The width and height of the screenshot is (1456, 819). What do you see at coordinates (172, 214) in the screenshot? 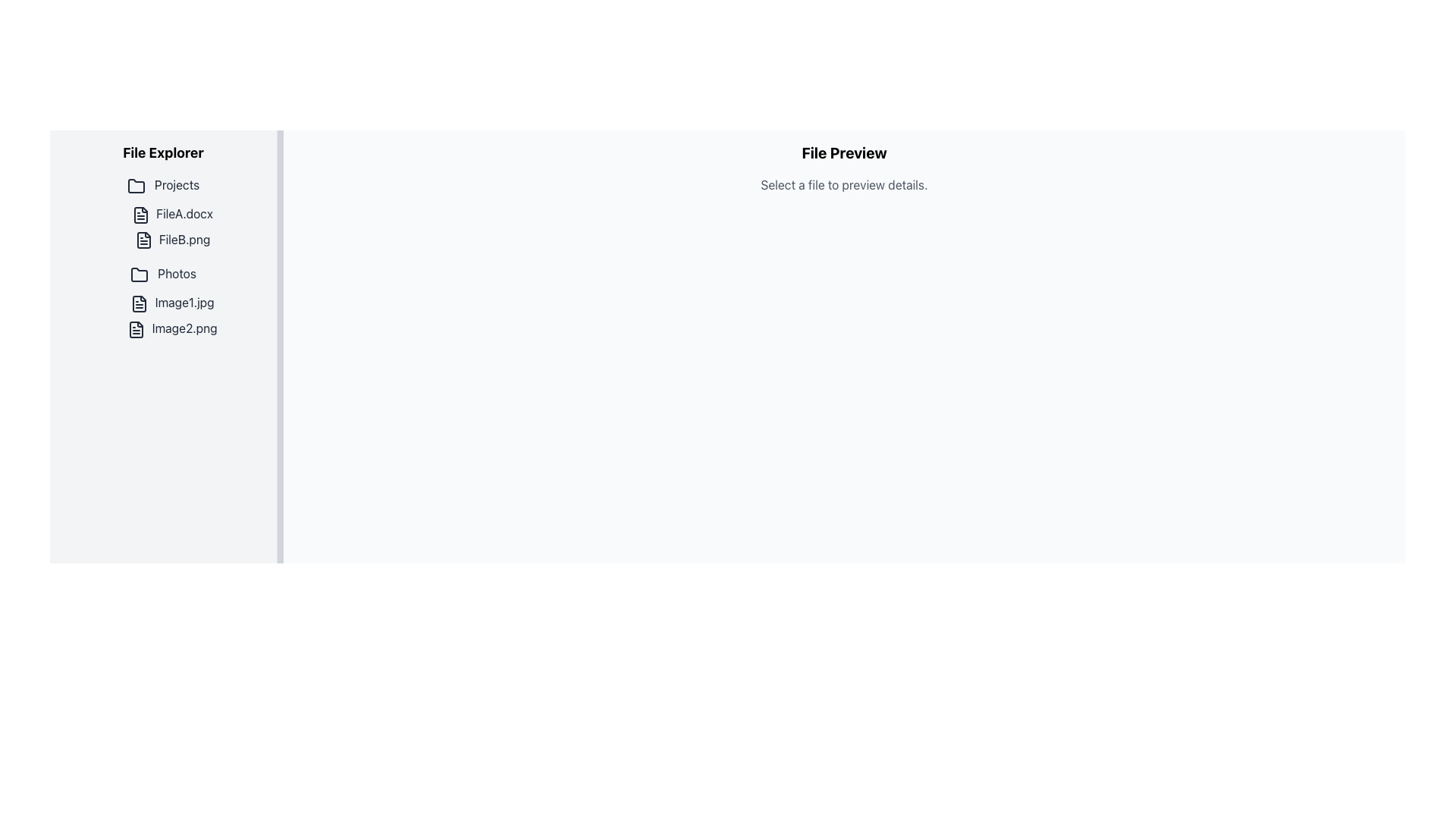
I see `the list item labeled 'FileA.docx' in the file navigation panel` at bounding box center [172, 214].